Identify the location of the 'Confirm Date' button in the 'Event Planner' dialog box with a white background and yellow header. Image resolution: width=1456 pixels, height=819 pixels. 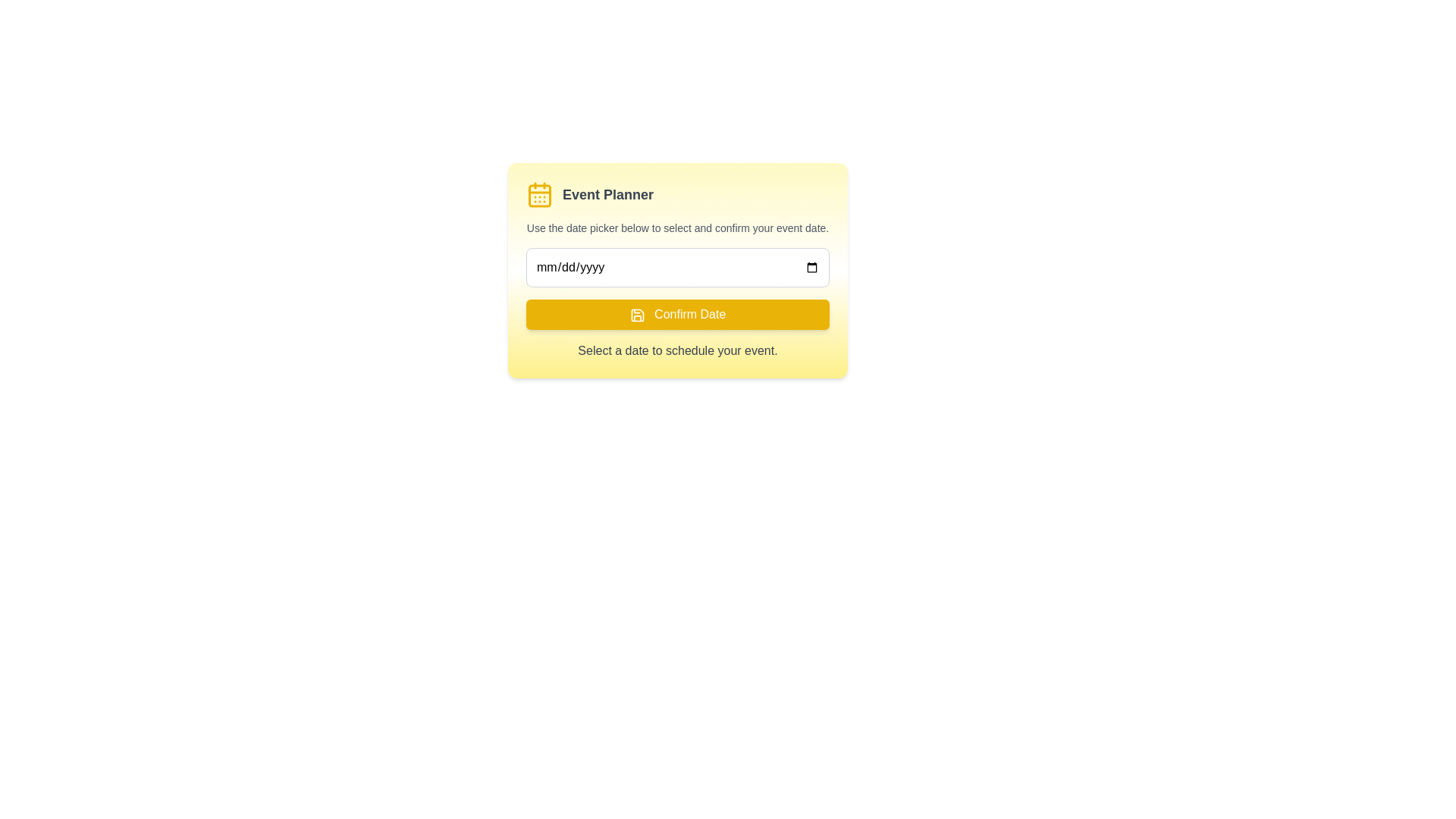
(676, 318).